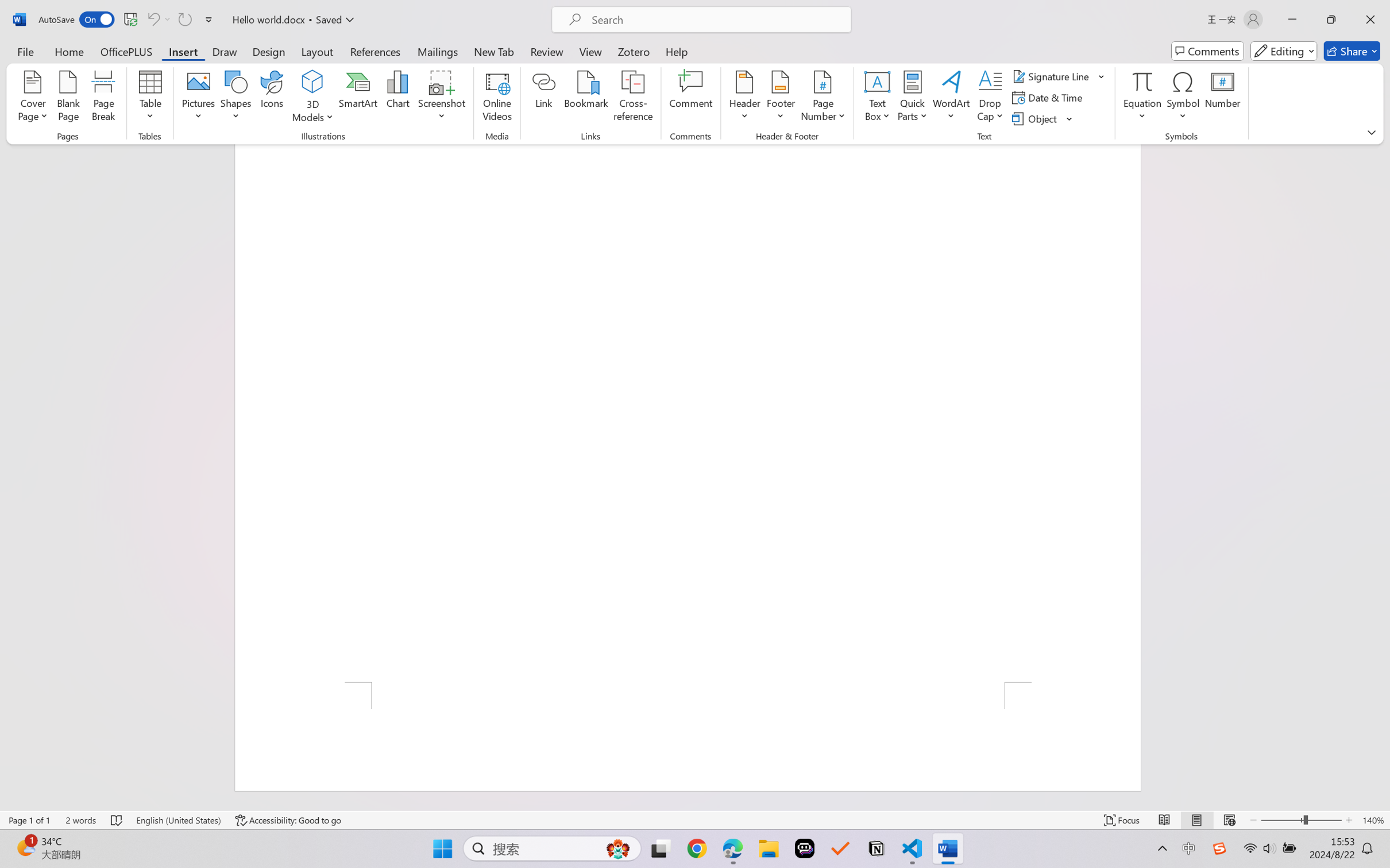  I want to click on 'References', so click(375, 51).